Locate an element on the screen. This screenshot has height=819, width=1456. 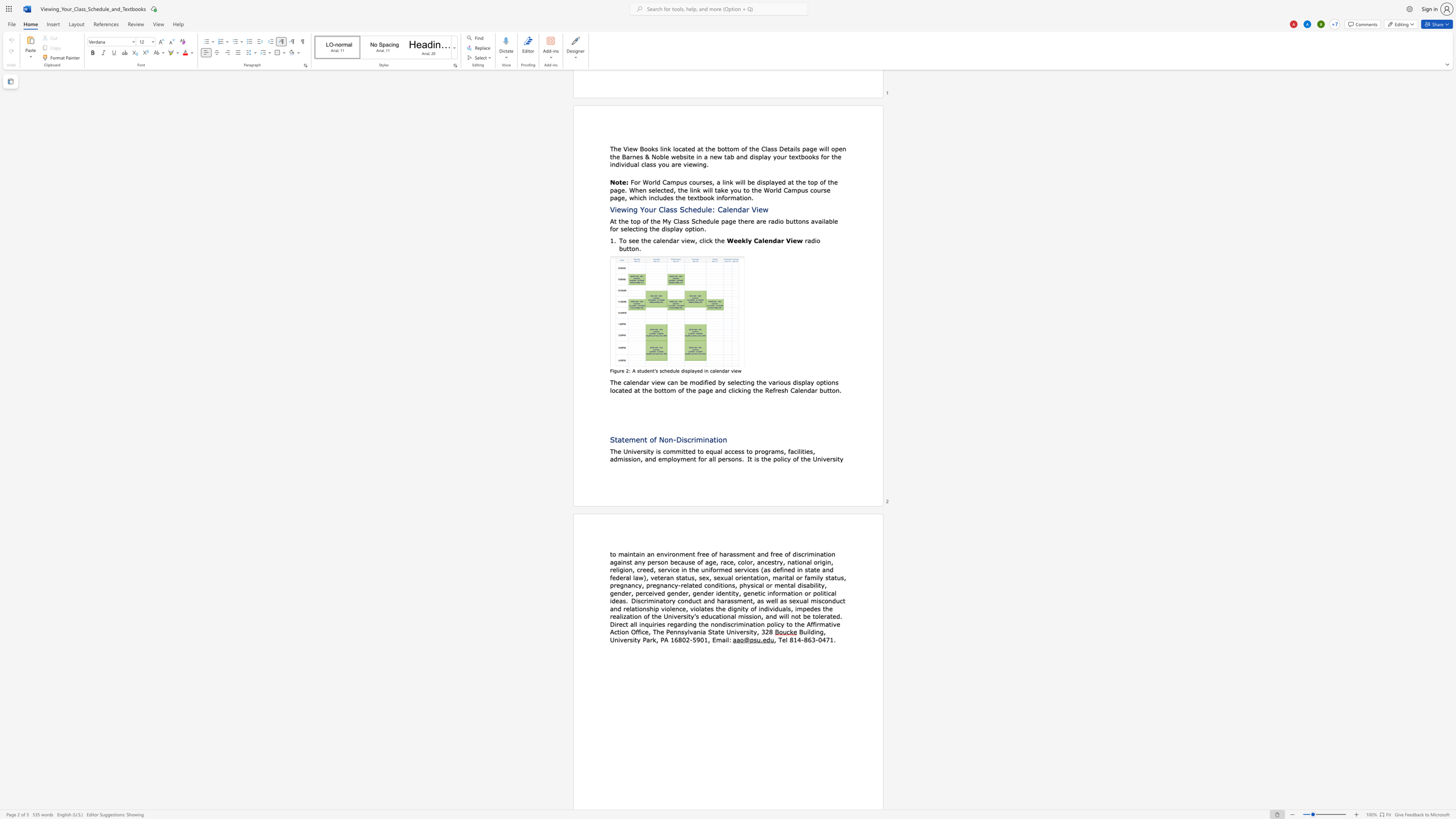
the space between the continuous character "c" and "c" in the text is located at coordinates (731, 451).